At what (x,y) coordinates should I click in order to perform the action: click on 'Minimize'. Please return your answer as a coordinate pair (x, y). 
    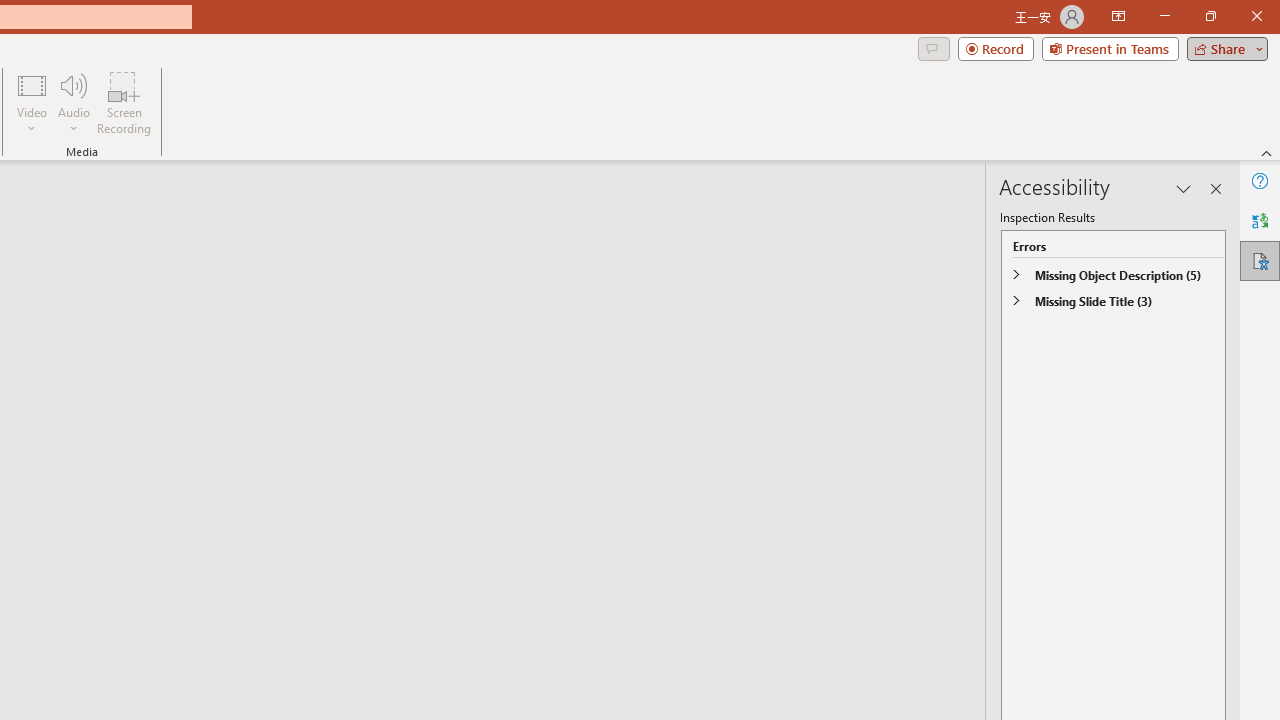
    Looking at the image, I should click on (1164, 16).